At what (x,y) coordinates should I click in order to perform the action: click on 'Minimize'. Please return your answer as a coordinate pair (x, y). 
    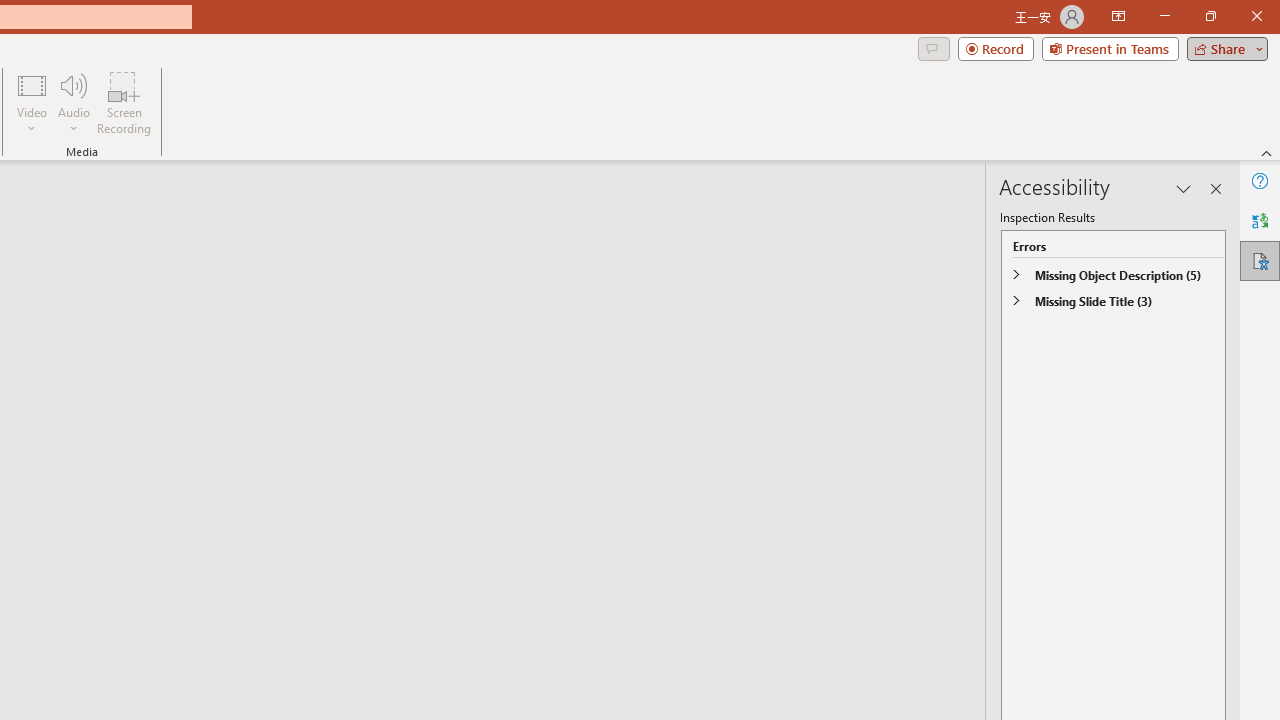
    Looking at the image, I should click on (1164, 16).